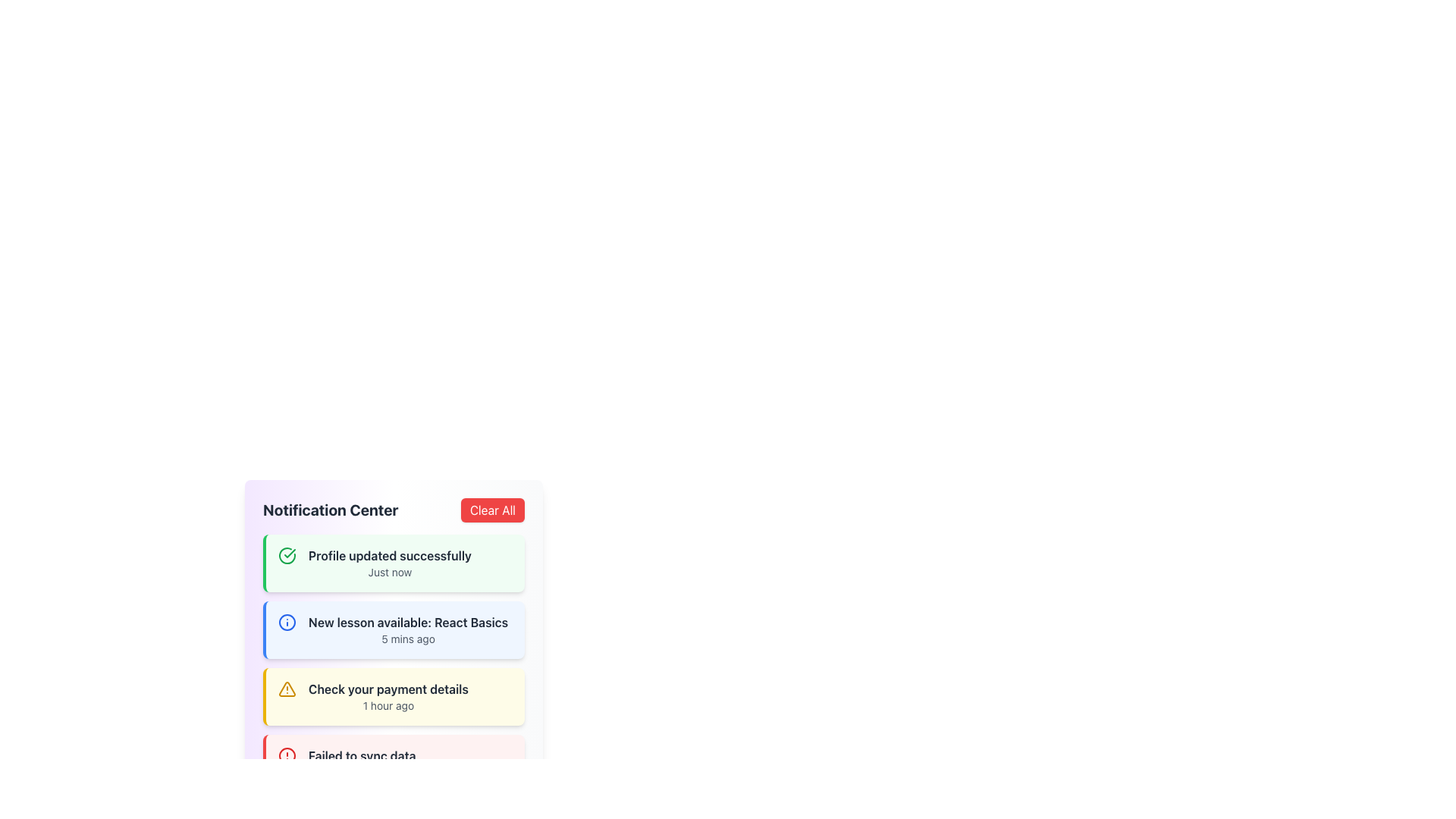  What do you see at coordinates (408, 623) in the screenshot?
I see `the text element stating 'New lesson available: React Basics' located in the second notification slot of the Notification Center` at bounding box center [408, 623].